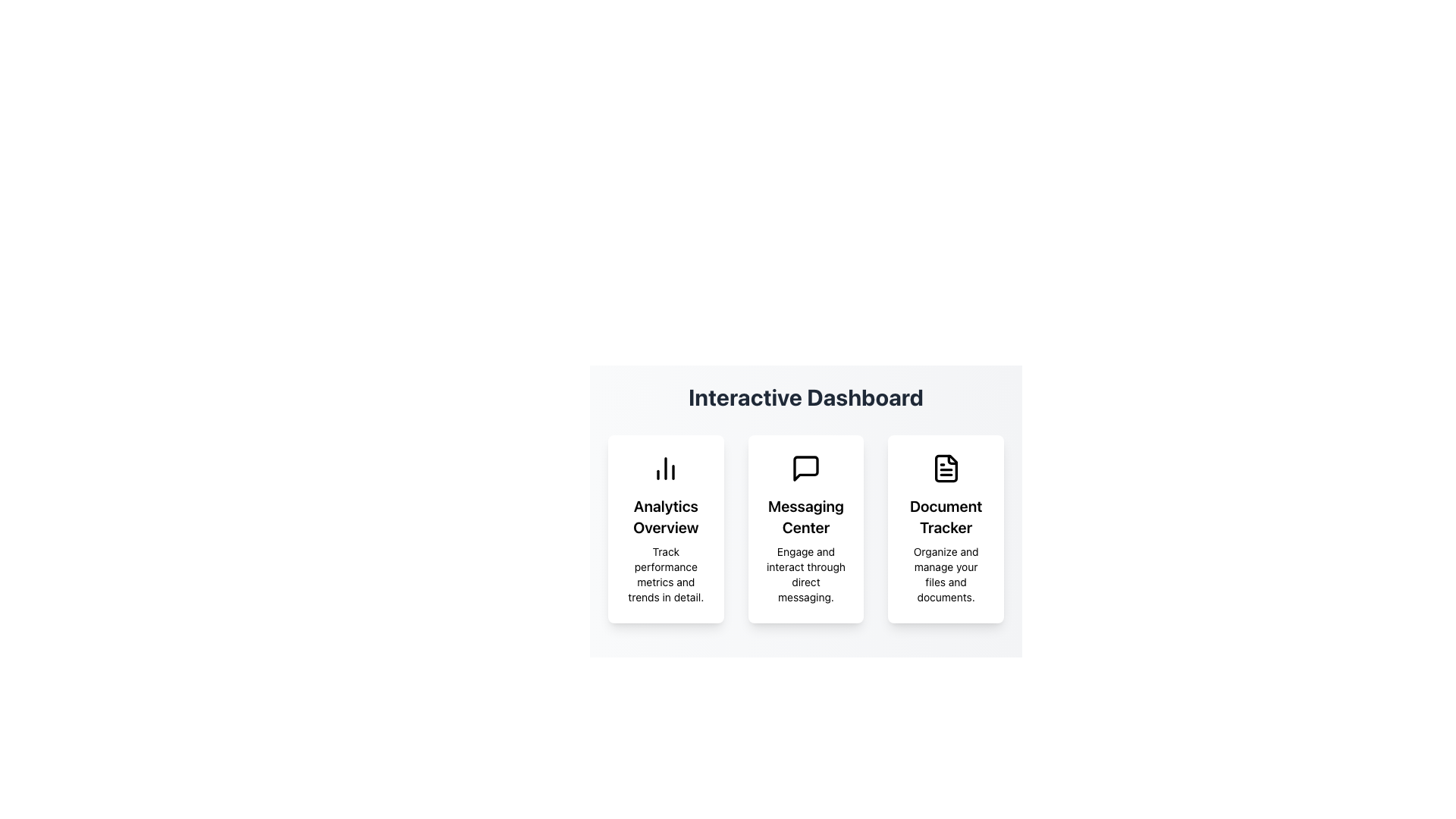 This screenshot has height=819, width=1456. I want to click on the bar chart icon located at the top-center of the 'Analytics Overview' card, which features three vertical bars of varying heights arranged in ascending order, so click(666, 467).